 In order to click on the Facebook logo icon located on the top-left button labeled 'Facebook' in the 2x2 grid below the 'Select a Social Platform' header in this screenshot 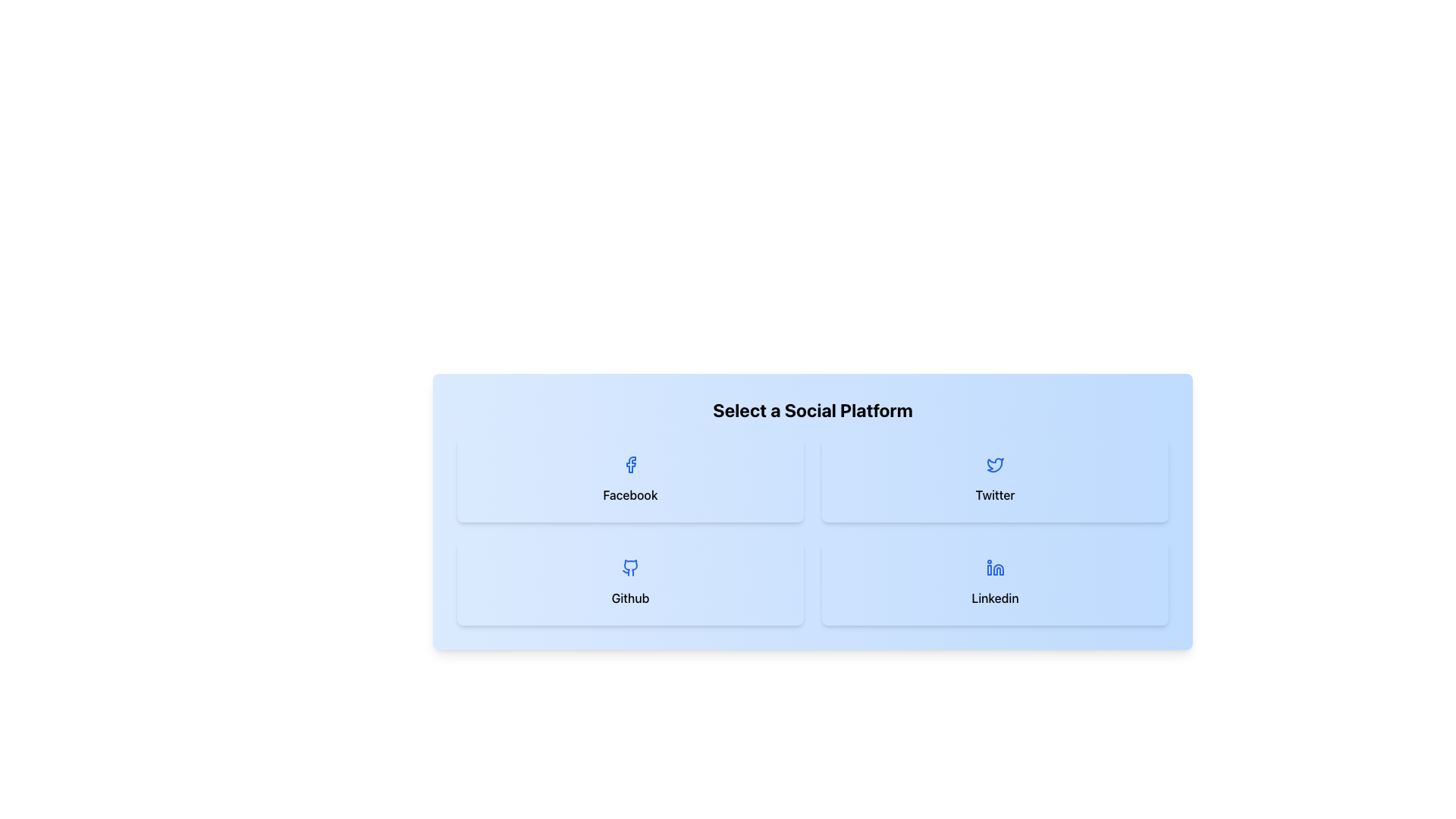, I will do `click(630, 464)`.